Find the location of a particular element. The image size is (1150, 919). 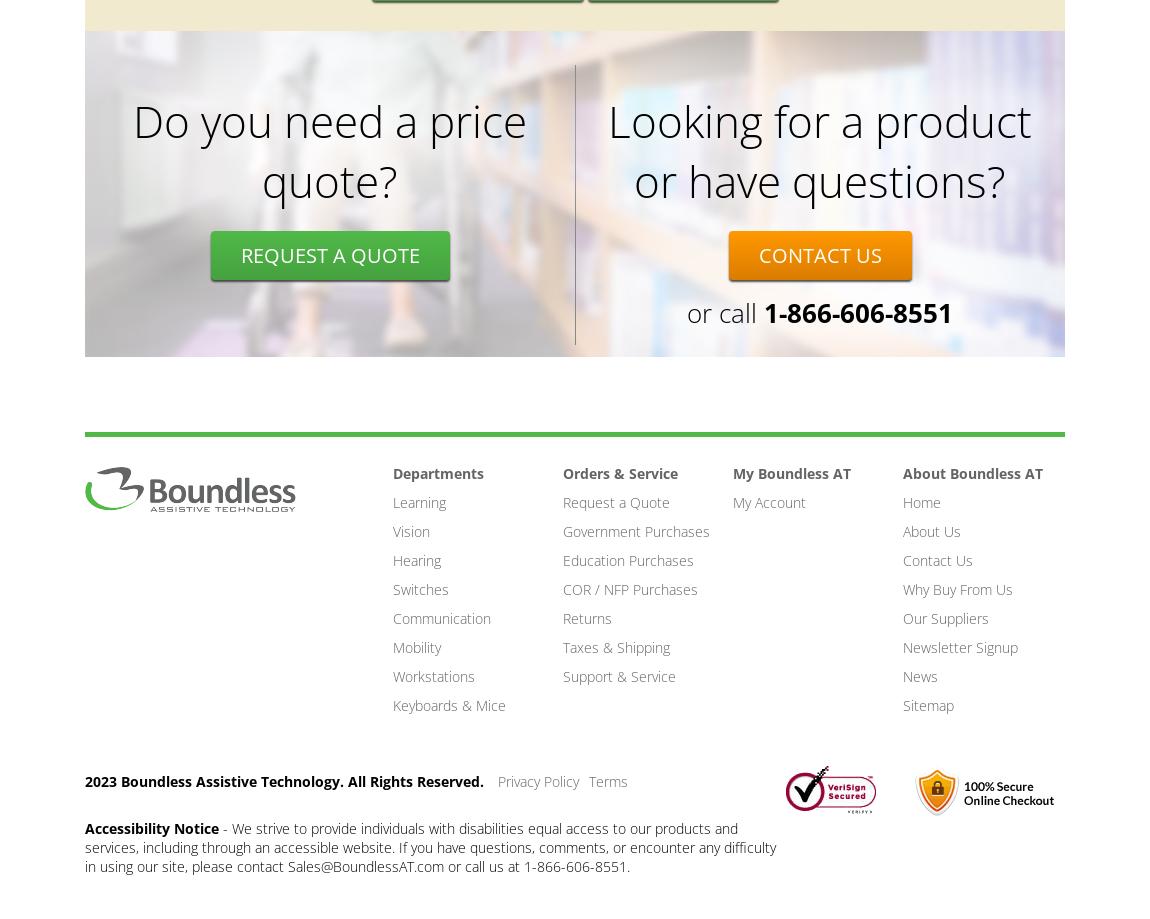

'COR / NFP Purchases' is located at coordinates (629, 589).